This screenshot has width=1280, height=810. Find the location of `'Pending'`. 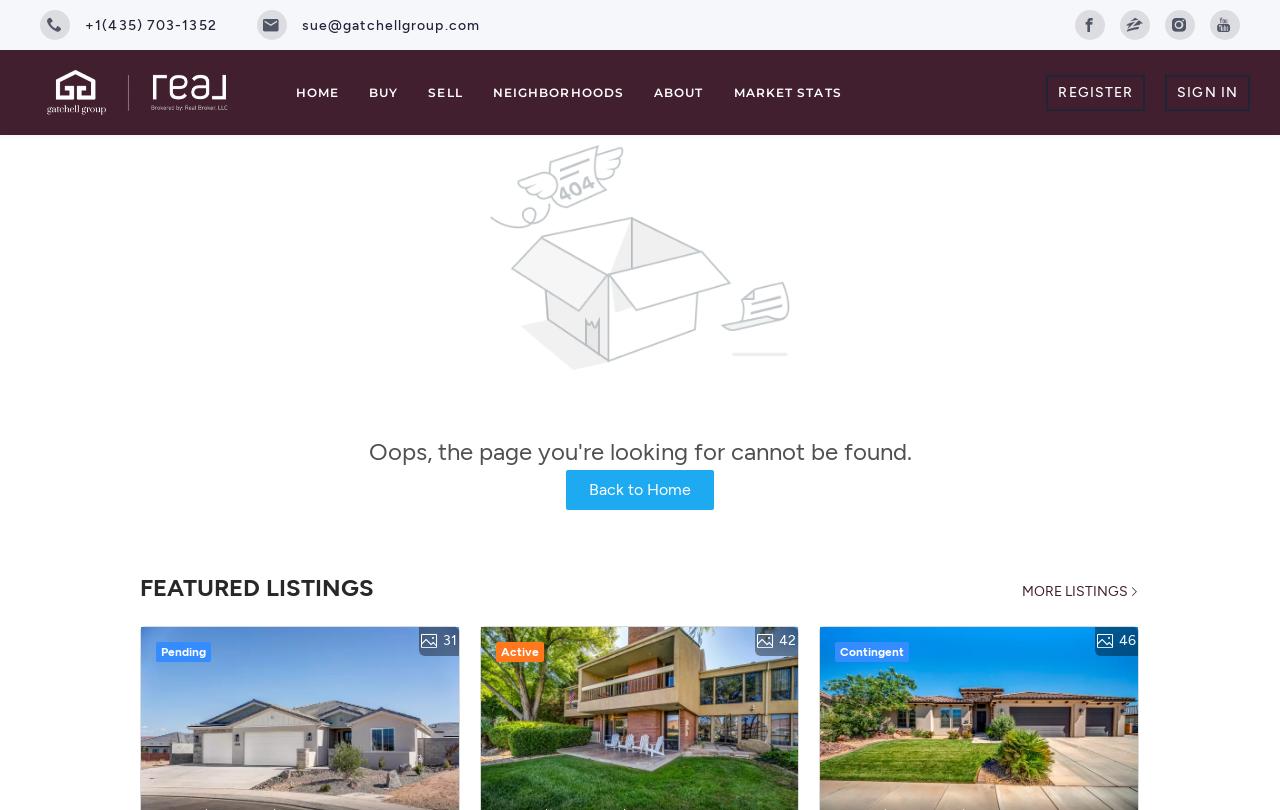

'Pending' is located at coordinates (183, 649).